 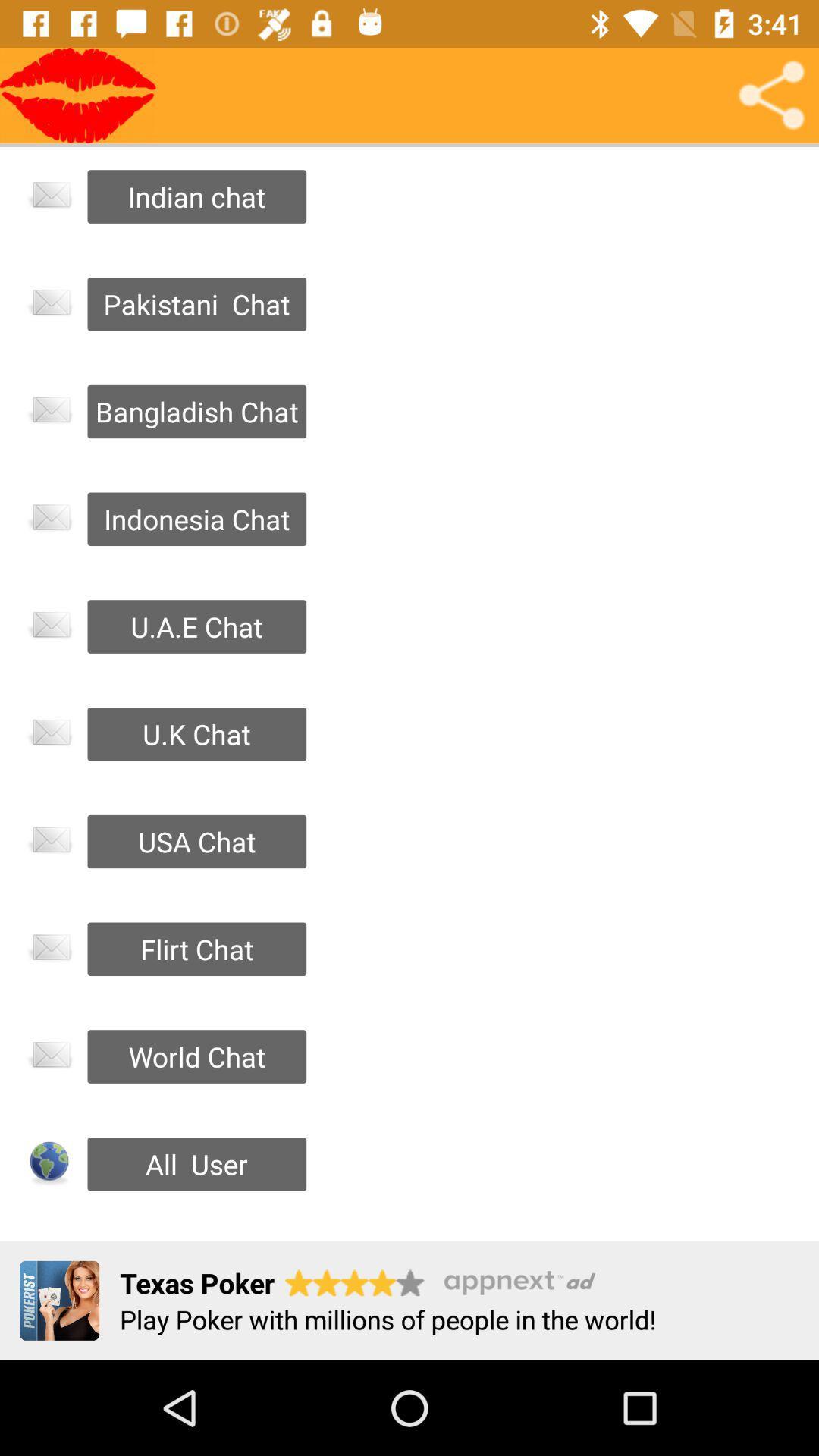 I want to click on share the content, so click(x=771, y=94).